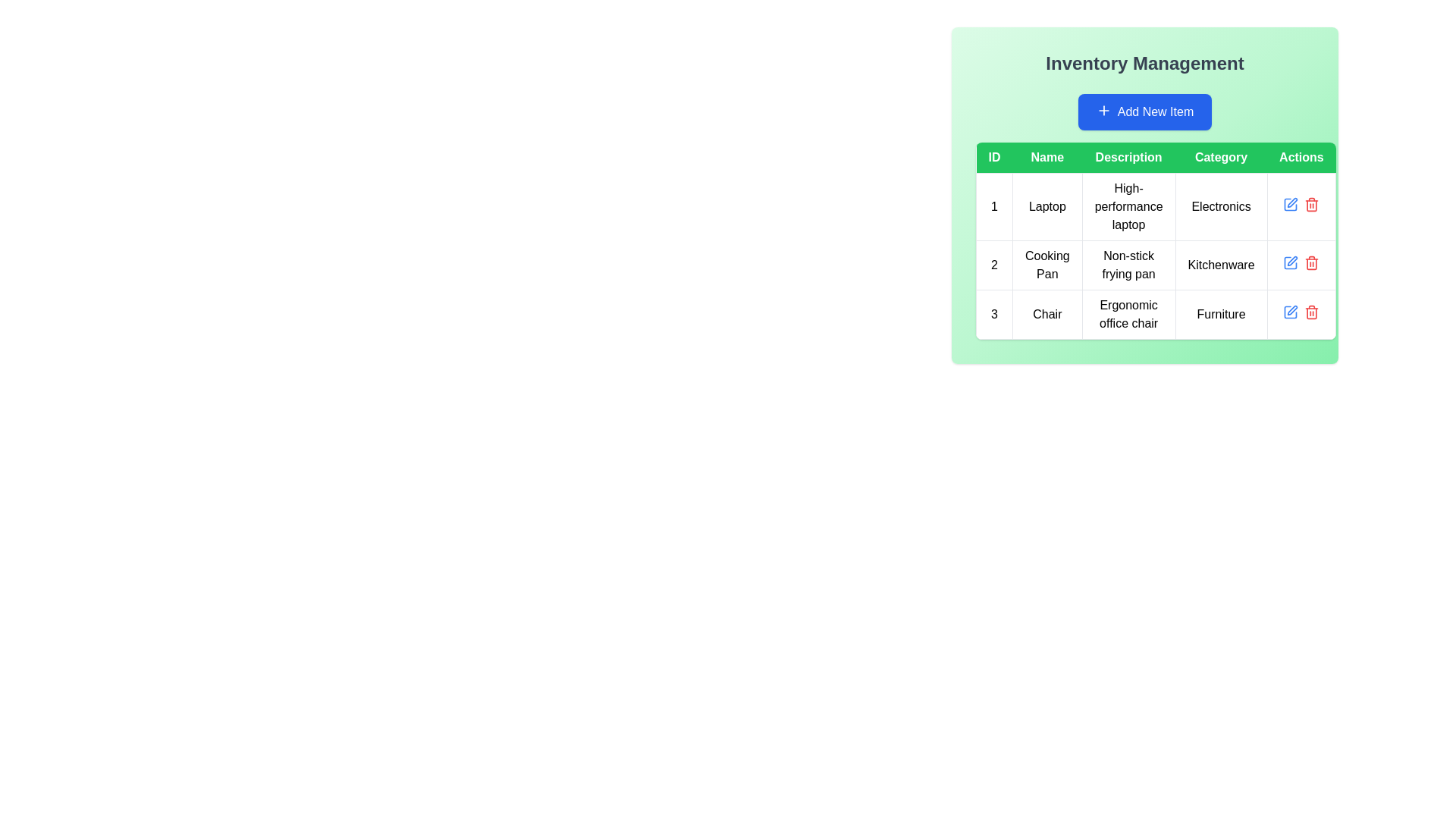 The width and height of the screenshot is (1456, 819). I want to click on the 'Name' column header in the table, which is the second column header located between the 'ID' and 'Description' headers, so click(1046, 158).